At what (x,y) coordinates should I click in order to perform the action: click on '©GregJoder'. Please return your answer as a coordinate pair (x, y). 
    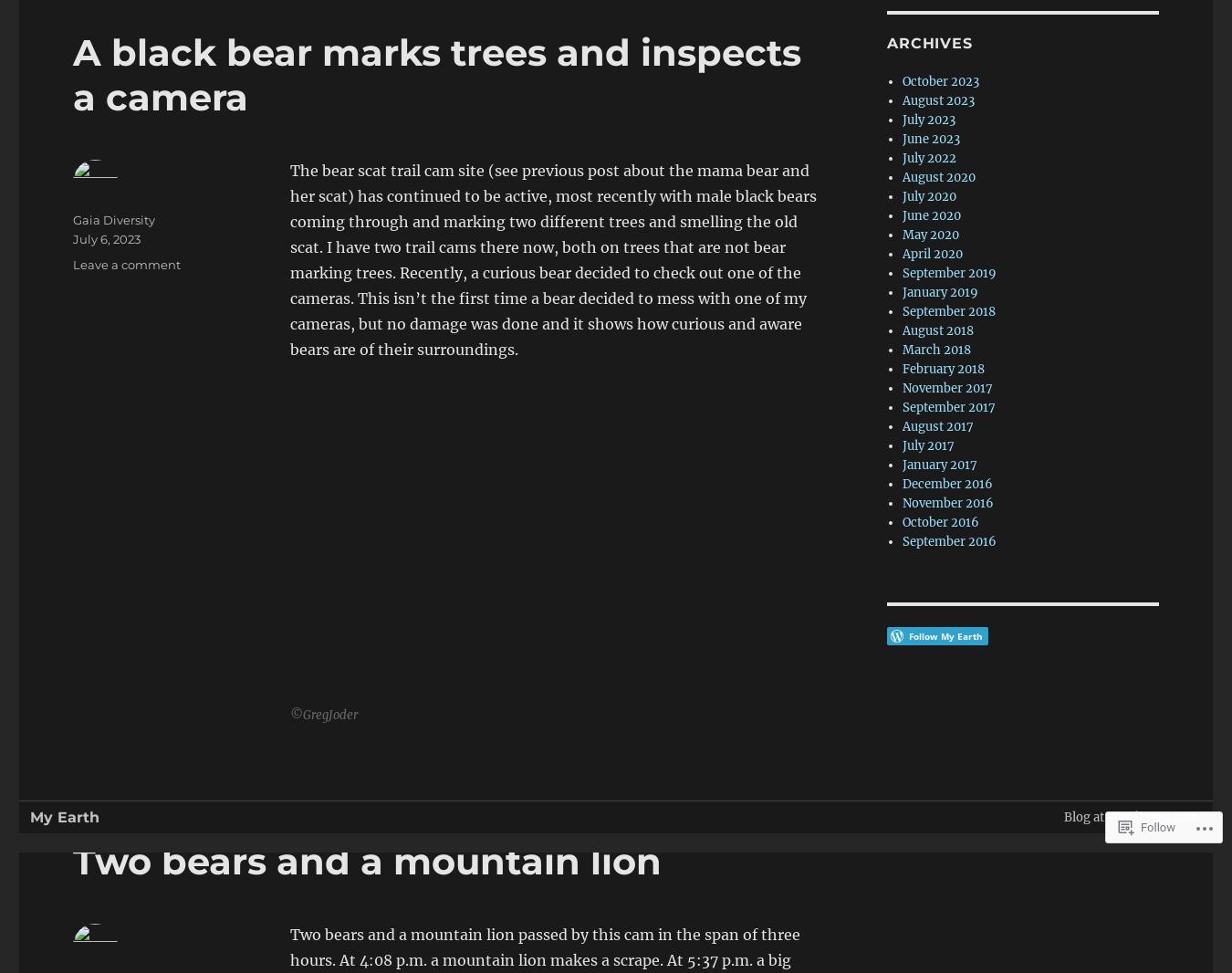
    Looking at the image, I should click on (324, 714).